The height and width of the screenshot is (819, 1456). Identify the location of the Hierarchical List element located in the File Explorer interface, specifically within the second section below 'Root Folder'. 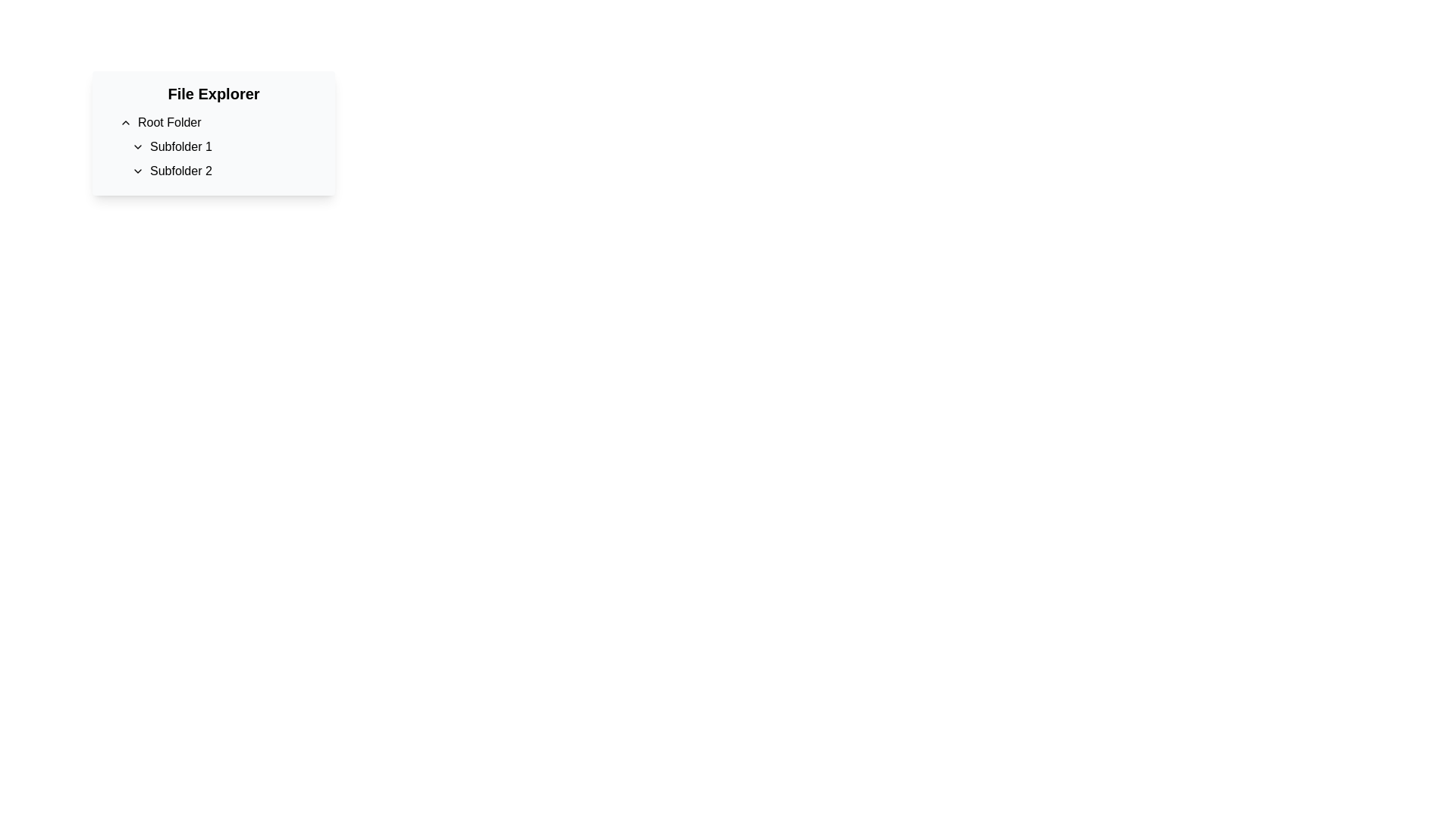
(218, 146).